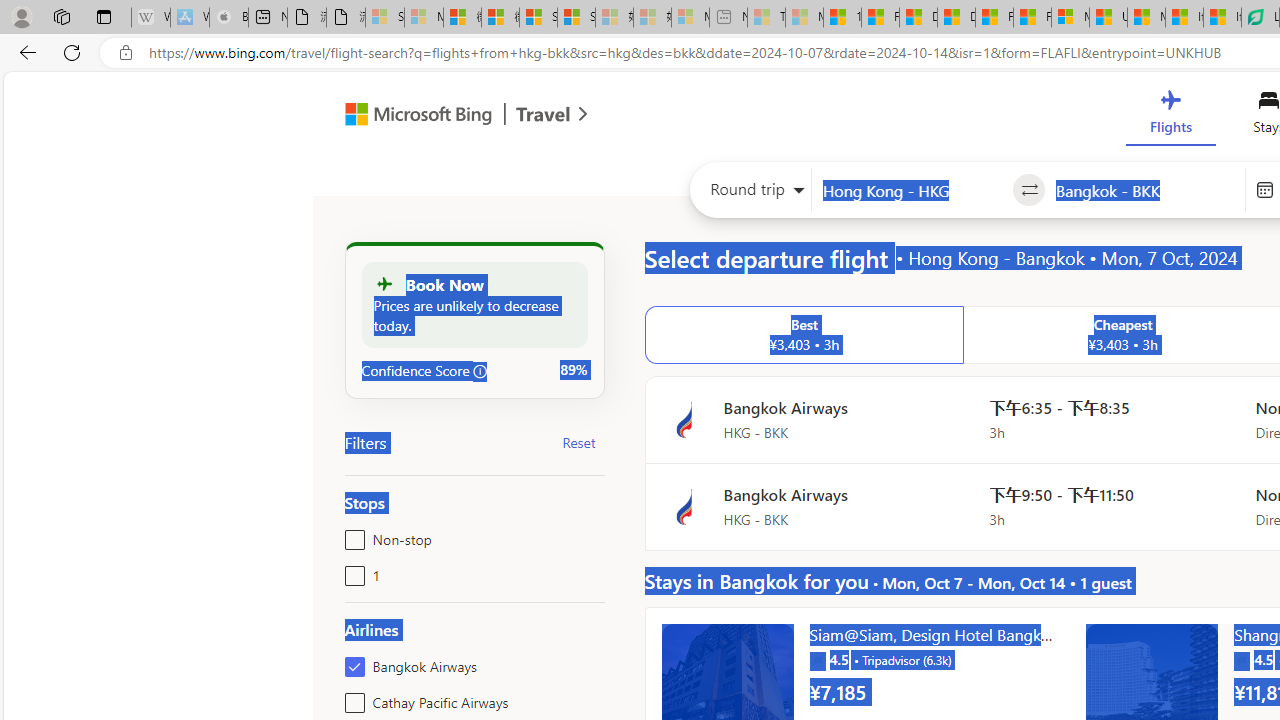 This screenshot has height=720, width=1280. Describe the element at coordinates (804, 17) in the screenshot. I see `'Marine life - MSN - Sleeping'` at that location.